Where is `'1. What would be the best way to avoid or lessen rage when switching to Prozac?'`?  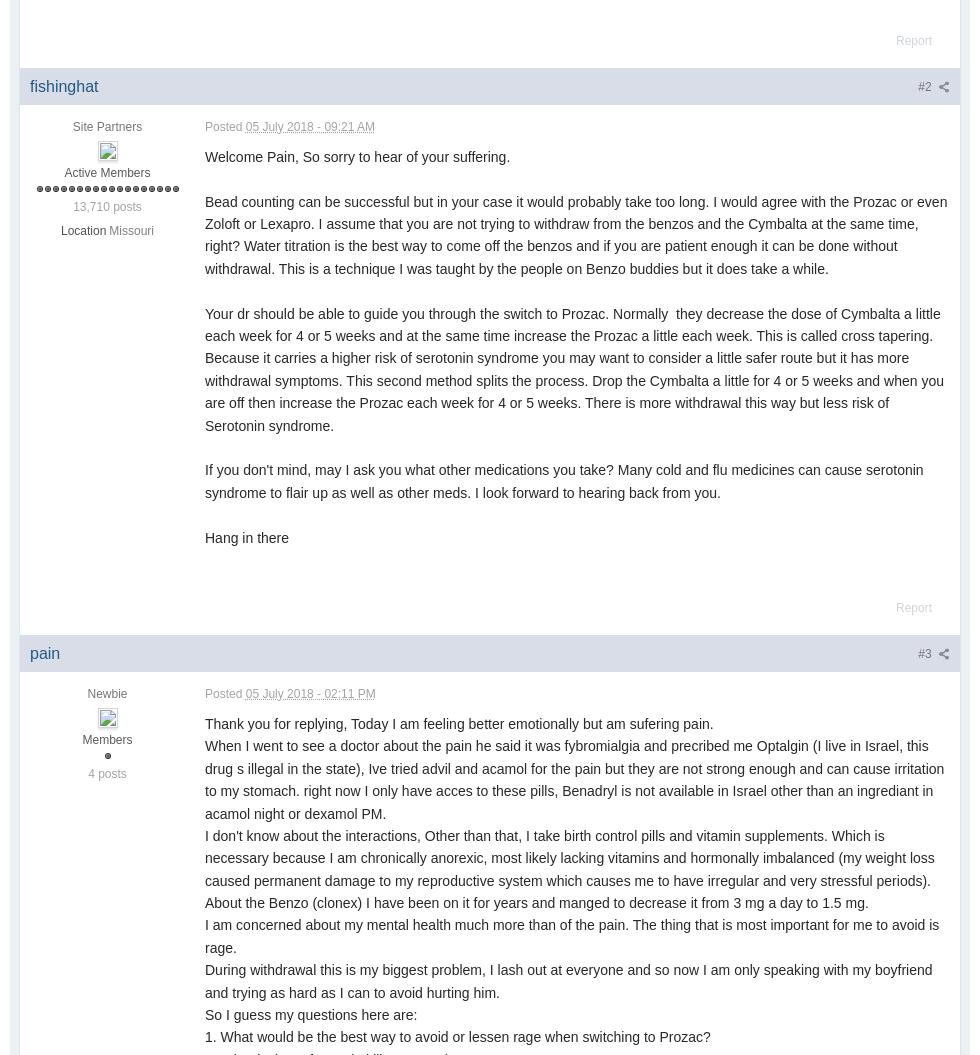 '1. What would be the best way to avoid or lessen rage when switching to Prozac?' is located at coordinates (457, 1035).